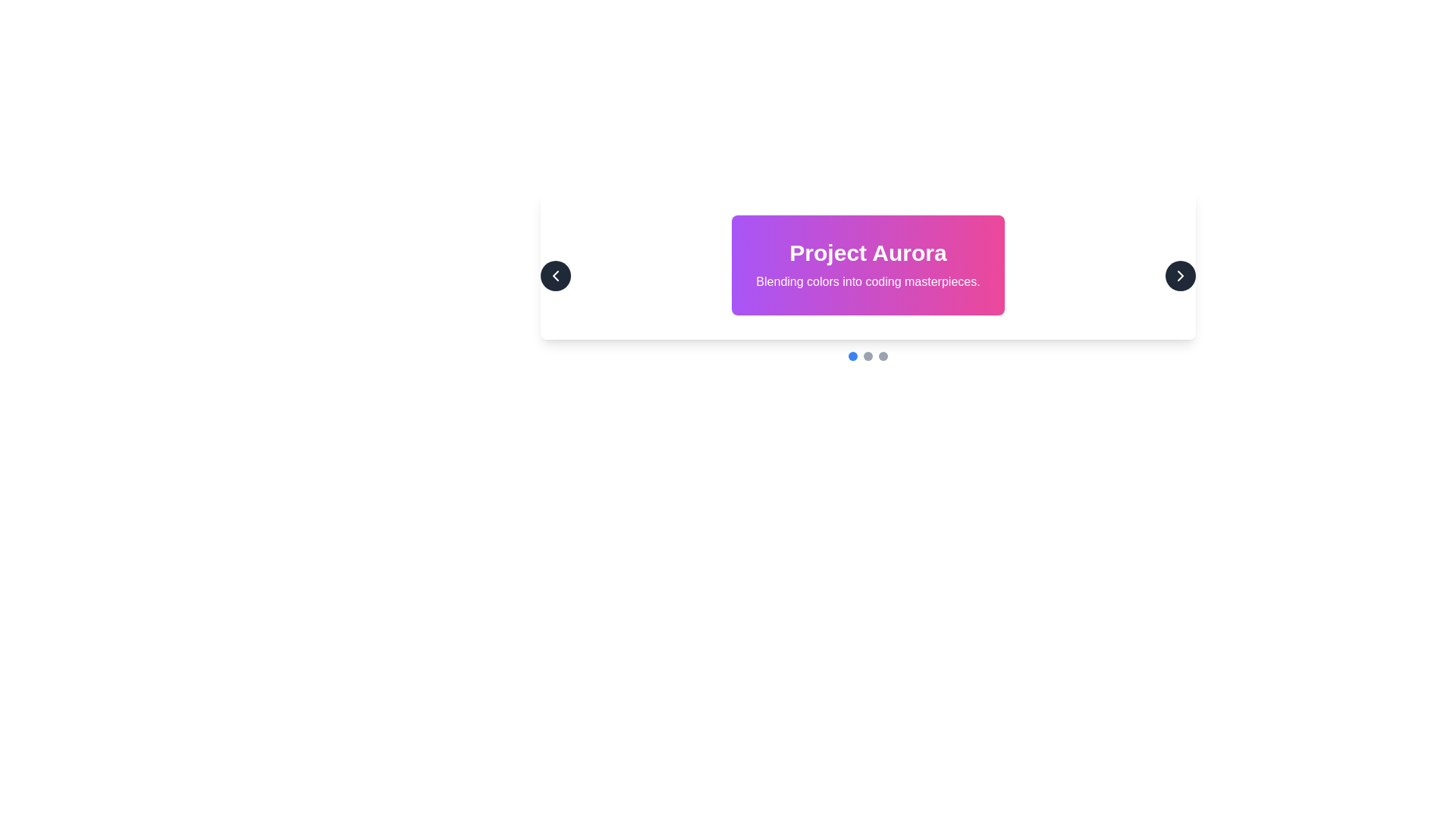  What do you see at coordinates (883, 356) in the screenshot?
I see `the third gray circular dot, which is the Interactive indicator dot located below the central content area` at bounding box center [883, 356].